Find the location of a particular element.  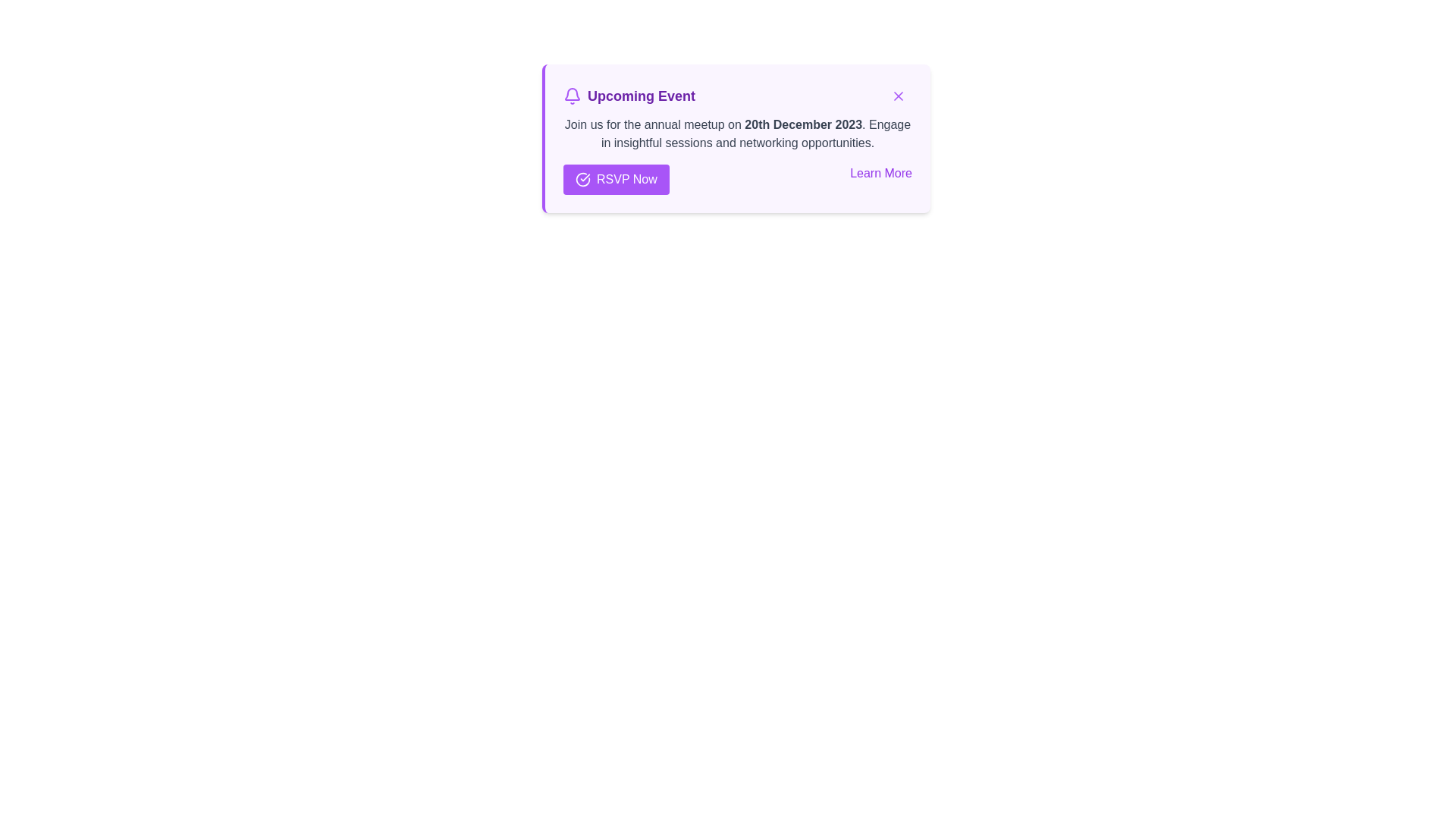

the 'X' icon in the top-right corner of the notification card is located at coordinates (899, 96).